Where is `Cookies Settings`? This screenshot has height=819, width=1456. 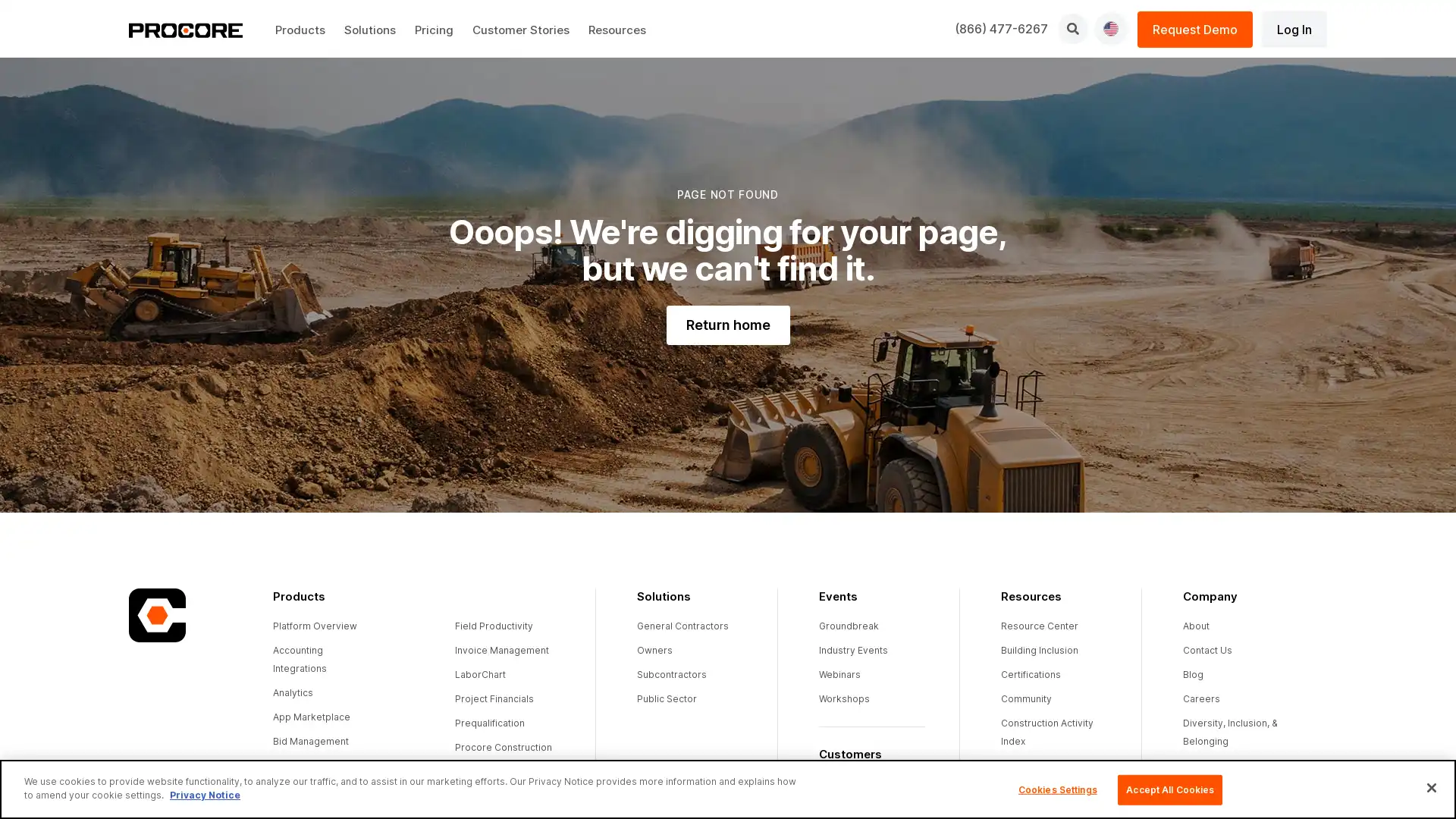 Cookies Settings is located at coordinates (1056, 789).